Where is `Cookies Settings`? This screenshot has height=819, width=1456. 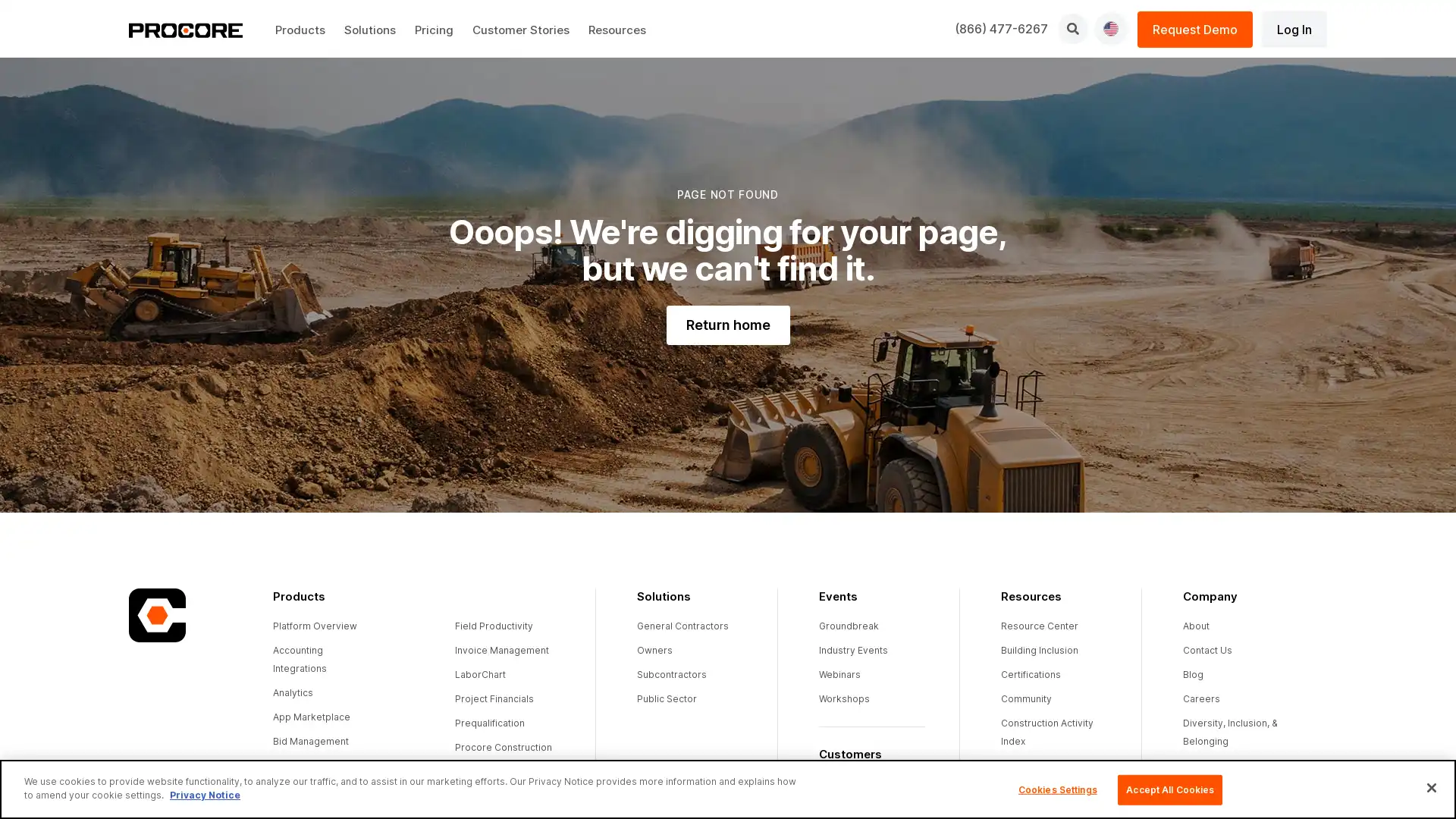 Cookies Settings is located at coordinates (1056, 789).